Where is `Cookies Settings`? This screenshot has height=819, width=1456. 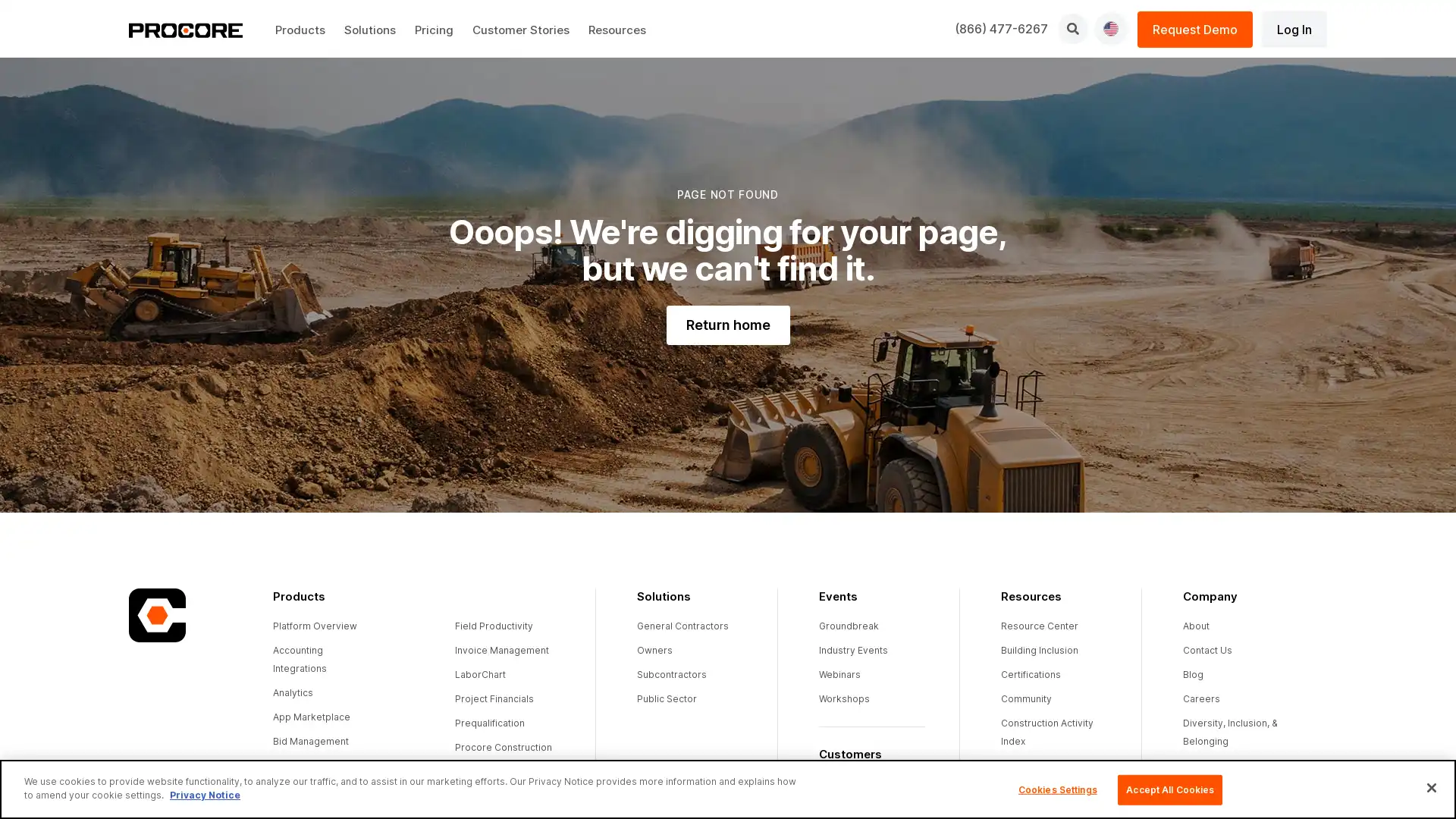 Cookies Settings is located at coordinates (1056, 789).